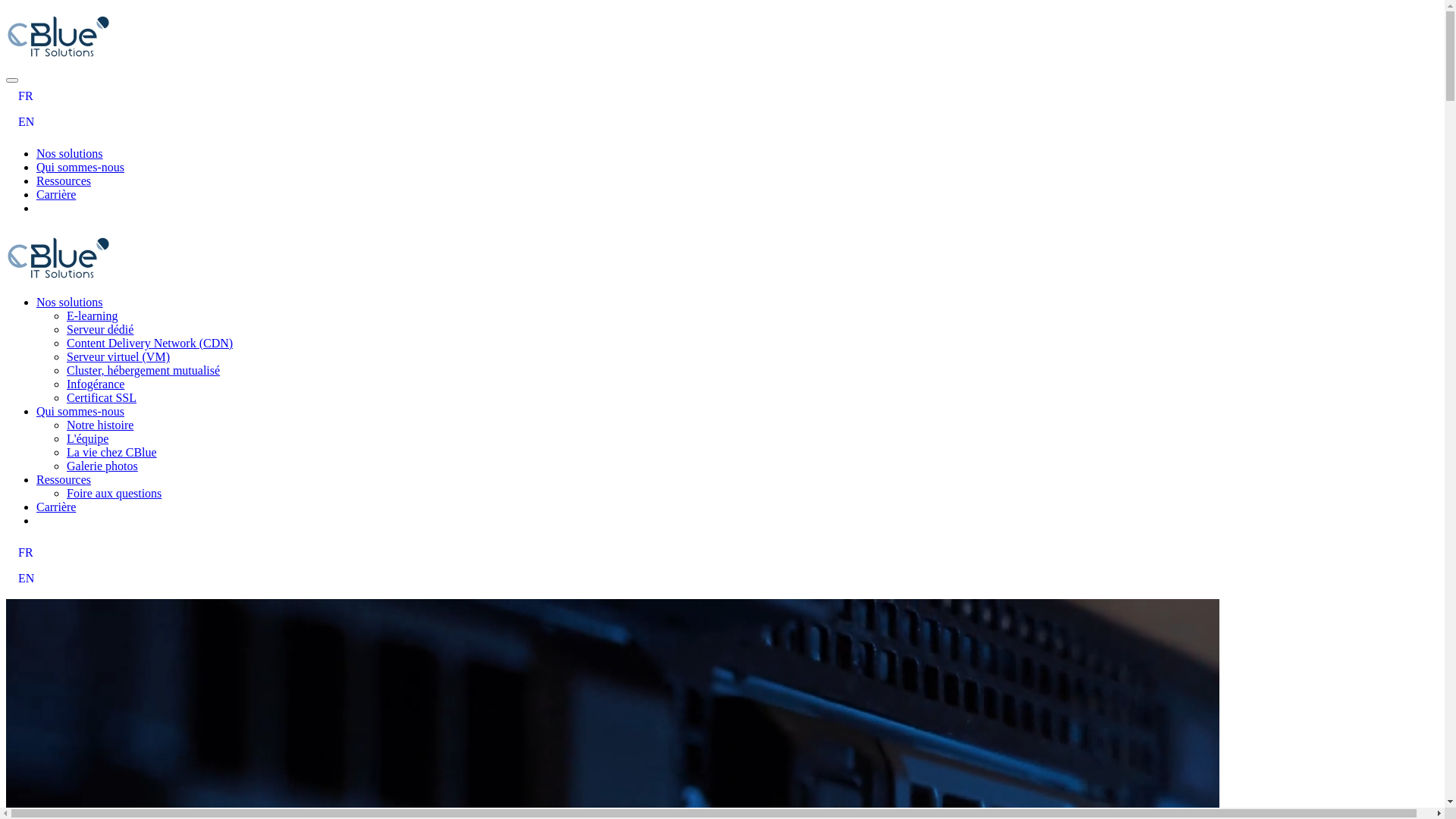 This screenshot has height=819, width=1456. What do you see at coordinates (55, 208) in the screenshot?
I see `'Contact'` at bounding box center [55, 208].